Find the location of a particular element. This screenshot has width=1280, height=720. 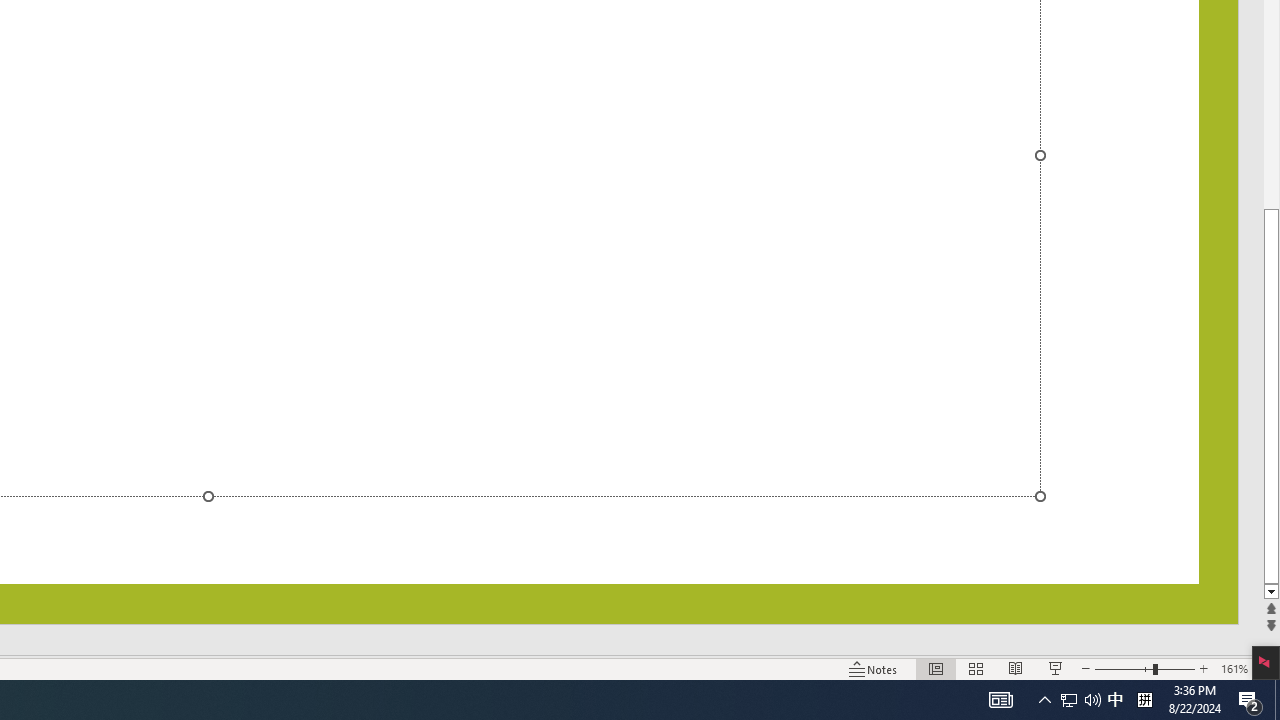

'Reading View' is located at coordinates (1015, 669).